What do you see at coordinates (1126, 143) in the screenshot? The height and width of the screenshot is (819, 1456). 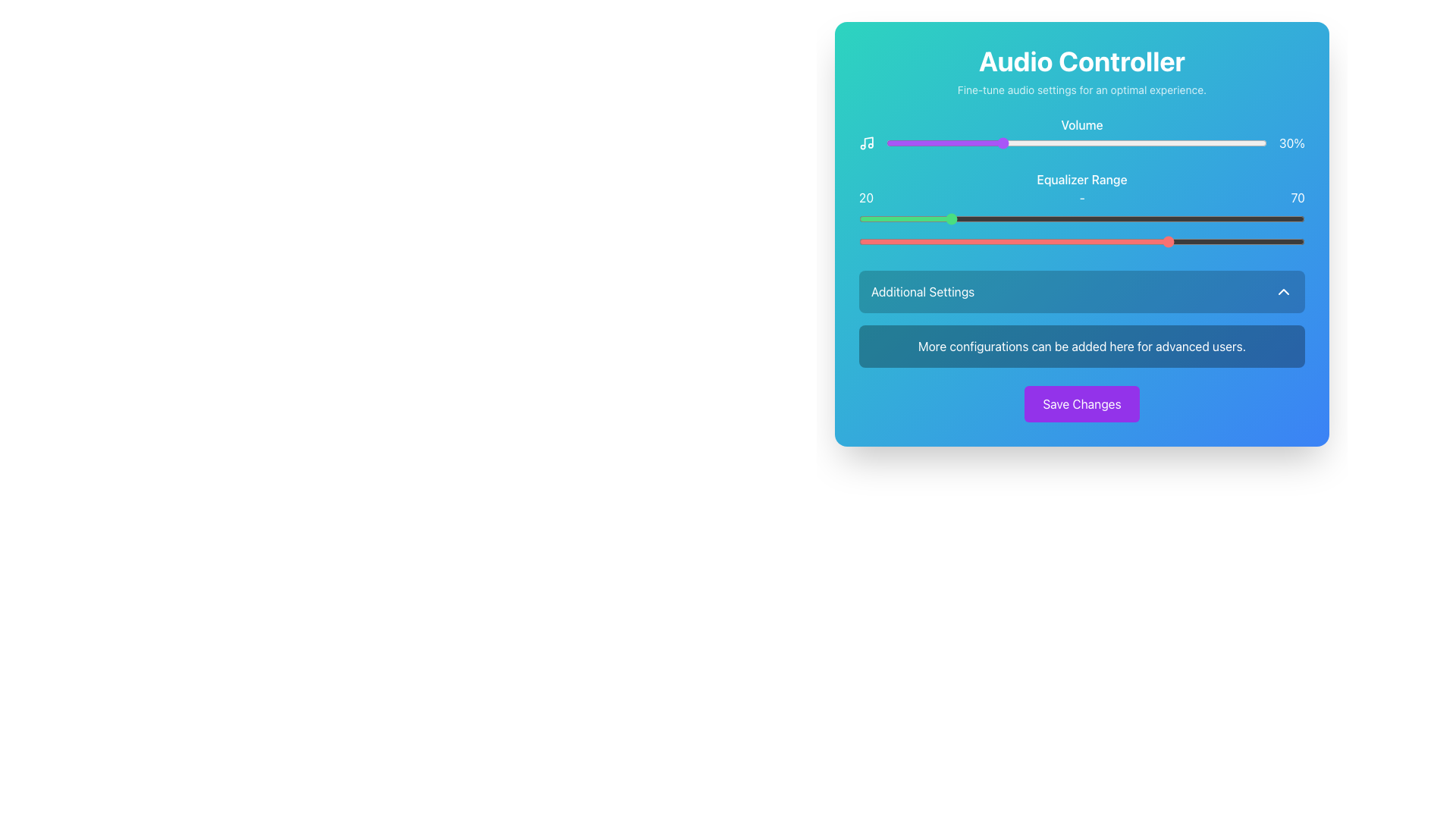 I see `the slider` at bounding box center [1126, 143].